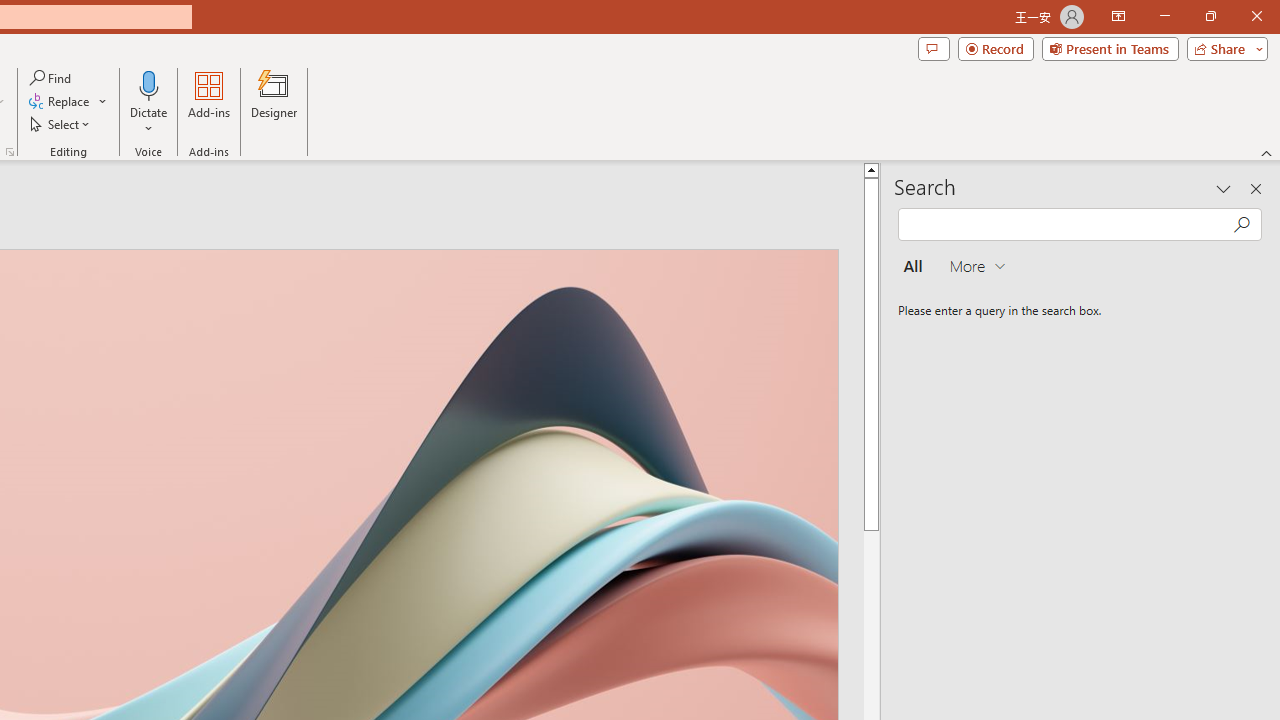 The width and height of the screenshot is (1280, 720). What do you see at coordinates (61, 124) in the screenshot?
I see `'Select'` at bounding box center [61, 124].